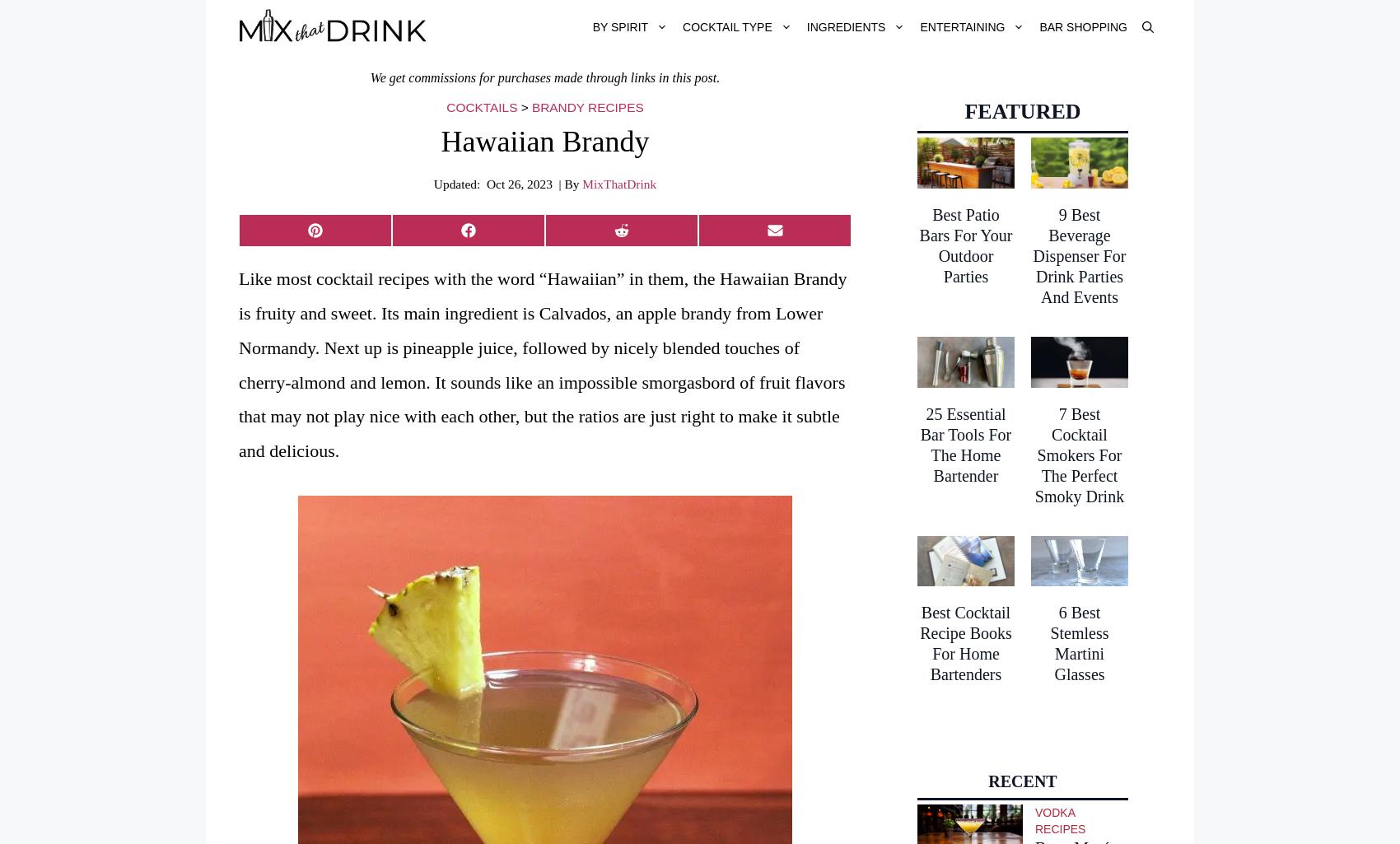 The height and width of the screenshot is (844, 1400). What do you see at coordinates (1021, 111) in the screenshot?
I see `'Featured'` at bounding box center [1021, 111].